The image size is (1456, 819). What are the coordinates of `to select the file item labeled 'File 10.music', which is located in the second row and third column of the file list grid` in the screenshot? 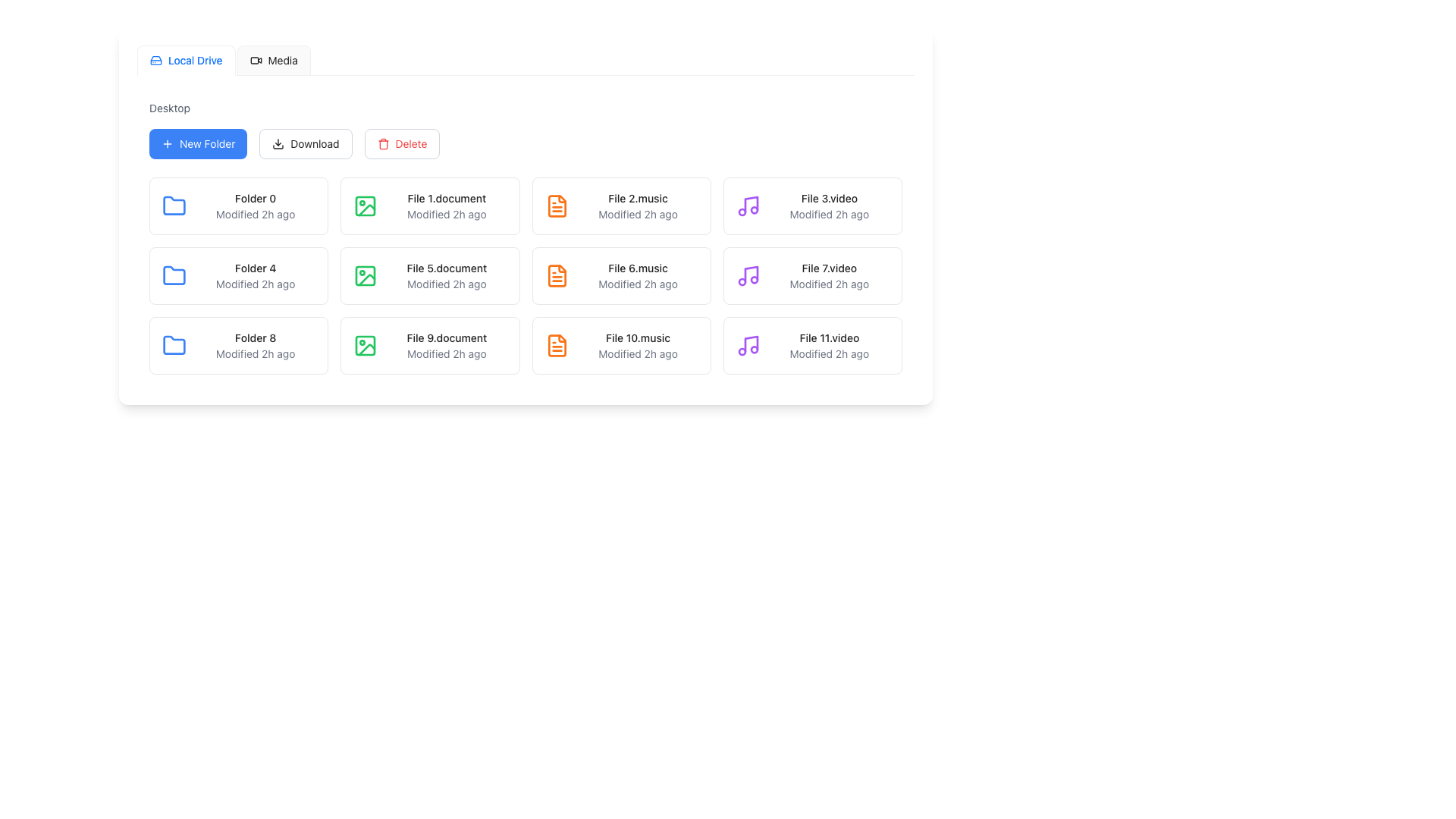 It's located at (621, 345).